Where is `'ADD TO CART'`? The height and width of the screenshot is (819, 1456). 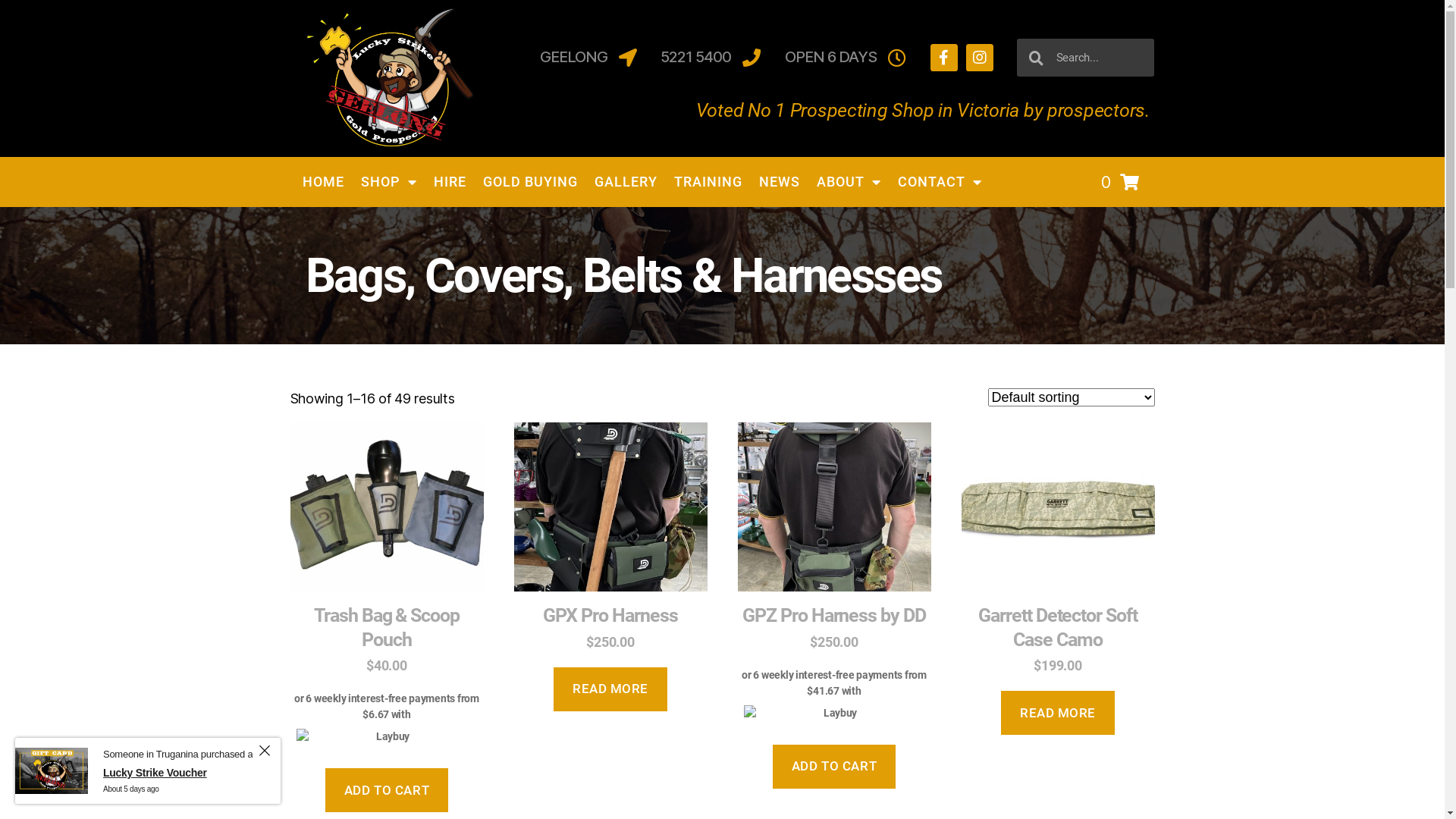
'ADD TO CART' is located at coordinates (386, 789).